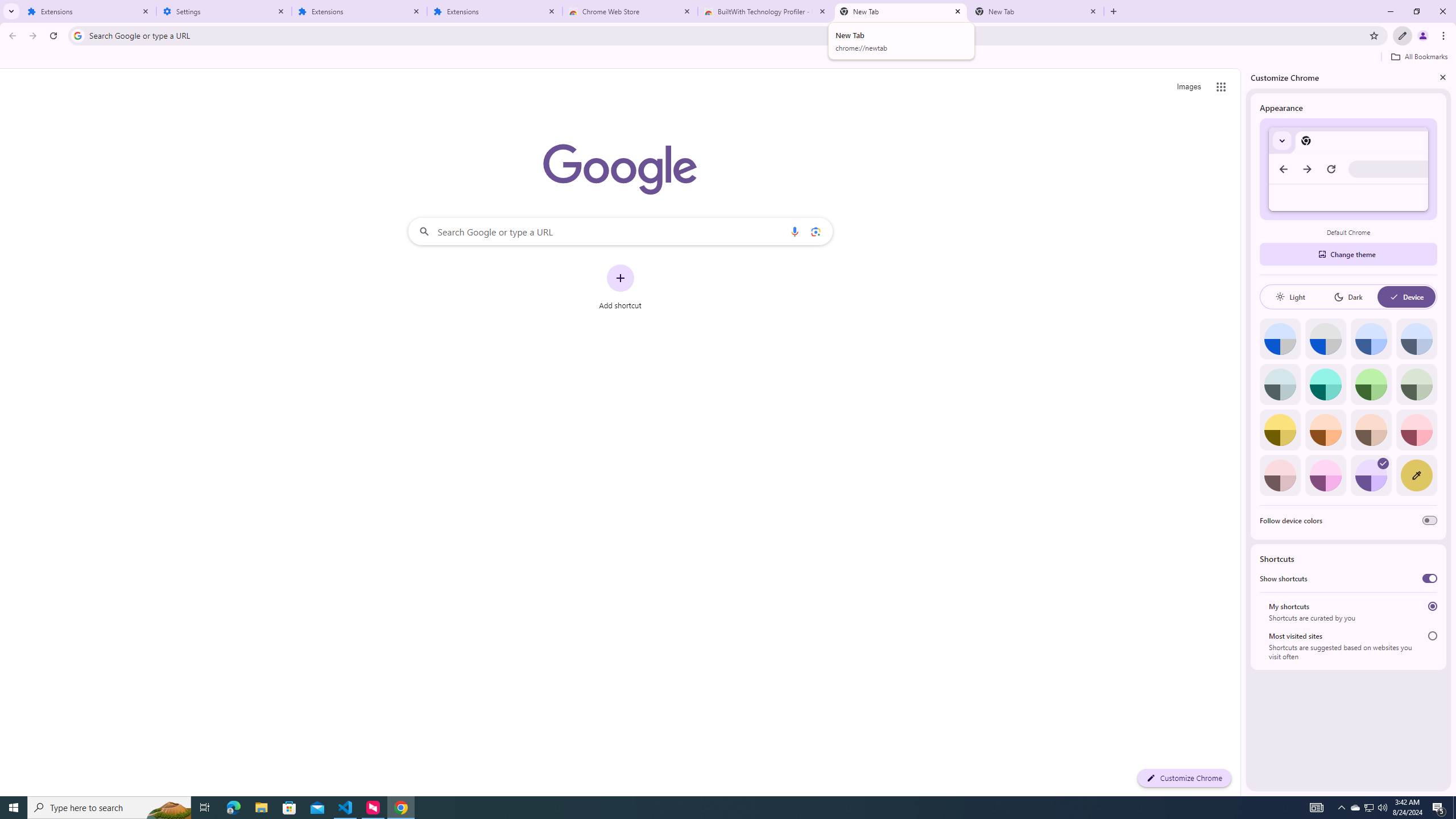 This screenshot has width=1456, height=819. I want to click on 'Follow device colors', so click(1429, 520).